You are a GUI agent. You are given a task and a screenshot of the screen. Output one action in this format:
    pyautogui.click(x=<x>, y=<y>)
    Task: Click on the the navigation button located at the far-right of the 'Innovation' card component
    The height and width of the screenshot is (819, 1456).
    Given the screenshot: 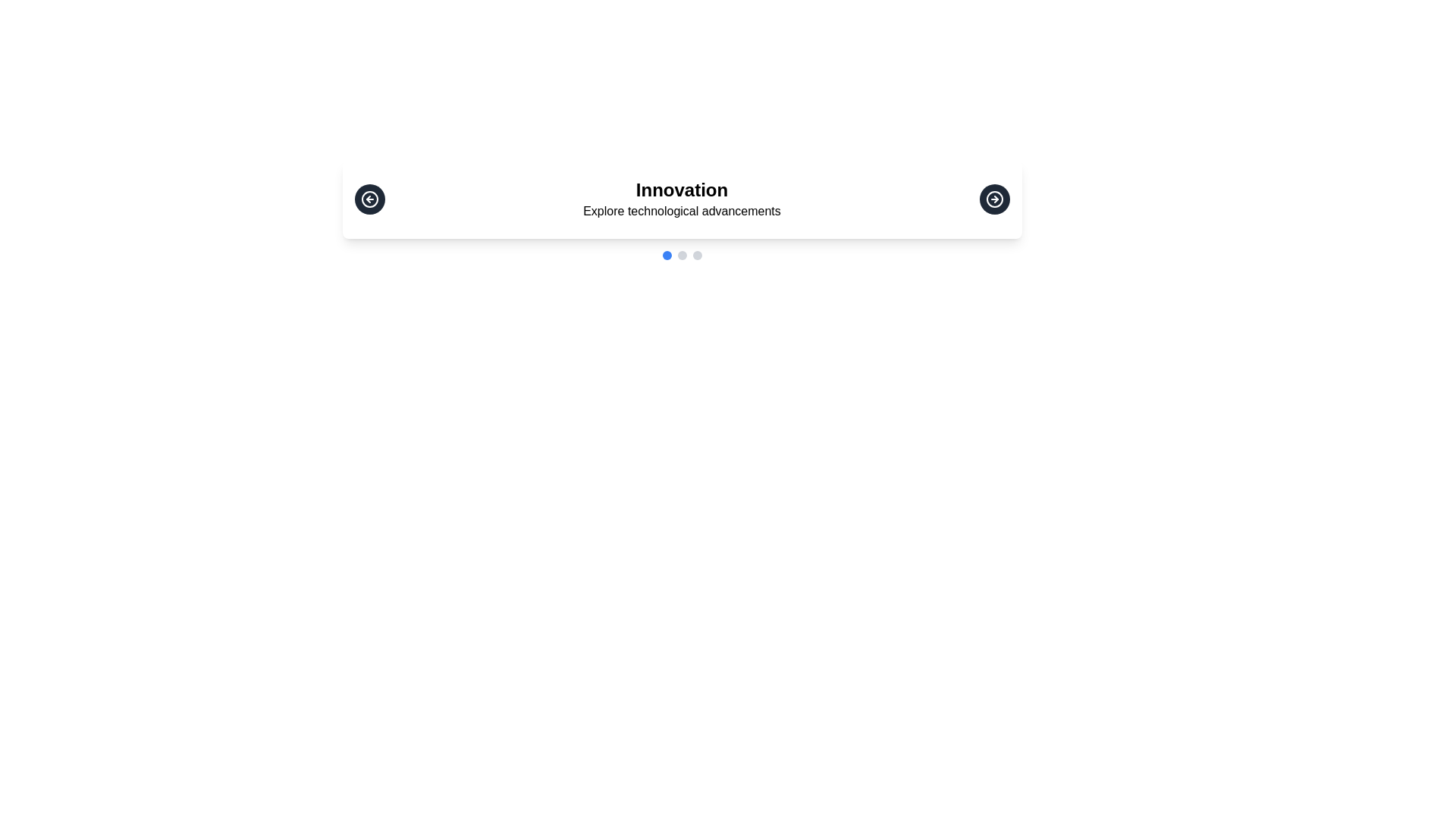 What is the action you would take?
    pyautogui.click(x=994, y=198)
    